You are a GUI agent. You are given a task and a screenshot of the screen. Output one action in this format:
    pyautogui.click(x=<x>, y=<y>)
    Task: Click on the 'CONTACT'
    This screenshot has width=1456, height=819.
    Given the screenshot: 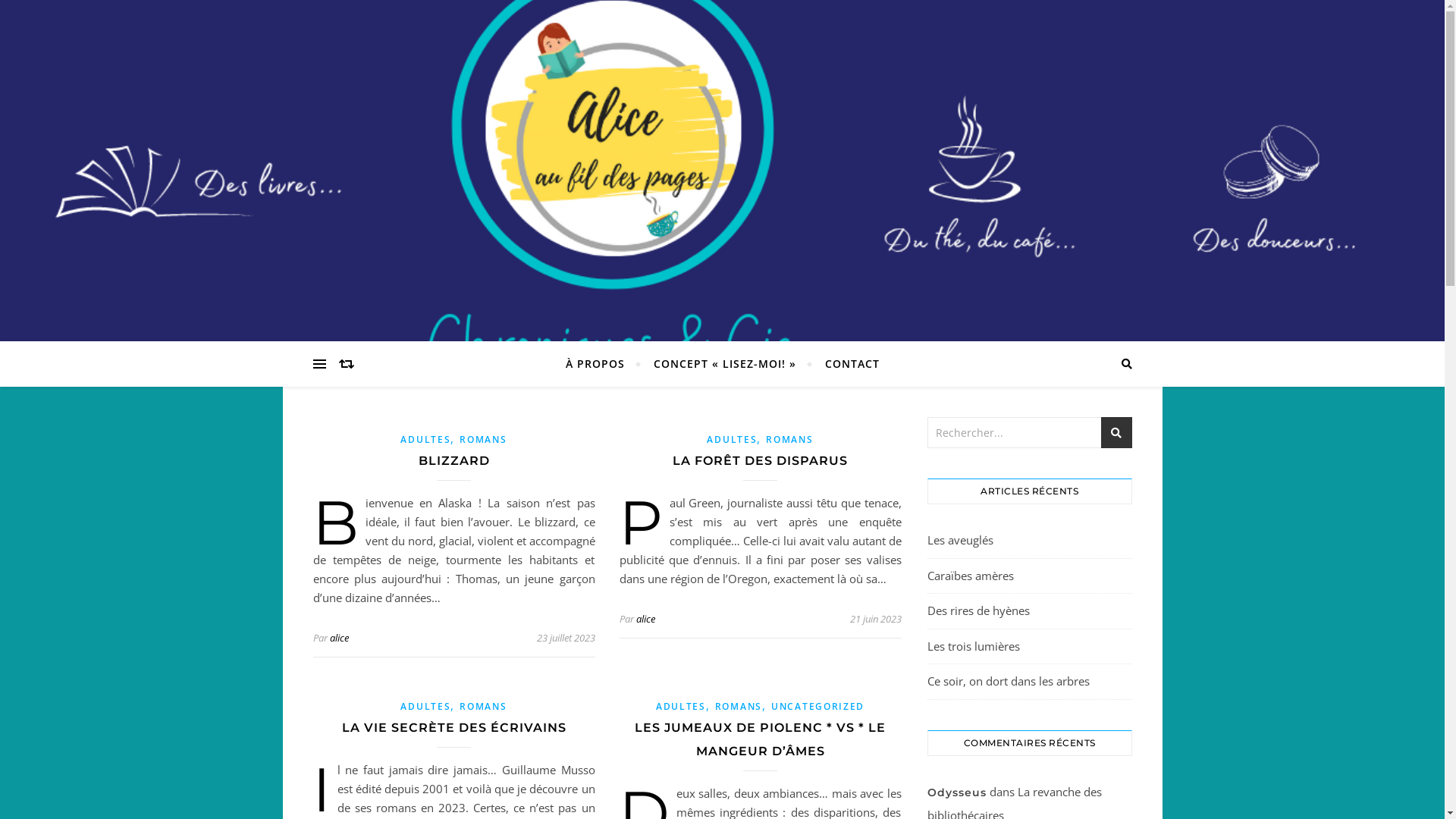 What is the action you would take?
    pyautogui.click(x=844, y=363)
    